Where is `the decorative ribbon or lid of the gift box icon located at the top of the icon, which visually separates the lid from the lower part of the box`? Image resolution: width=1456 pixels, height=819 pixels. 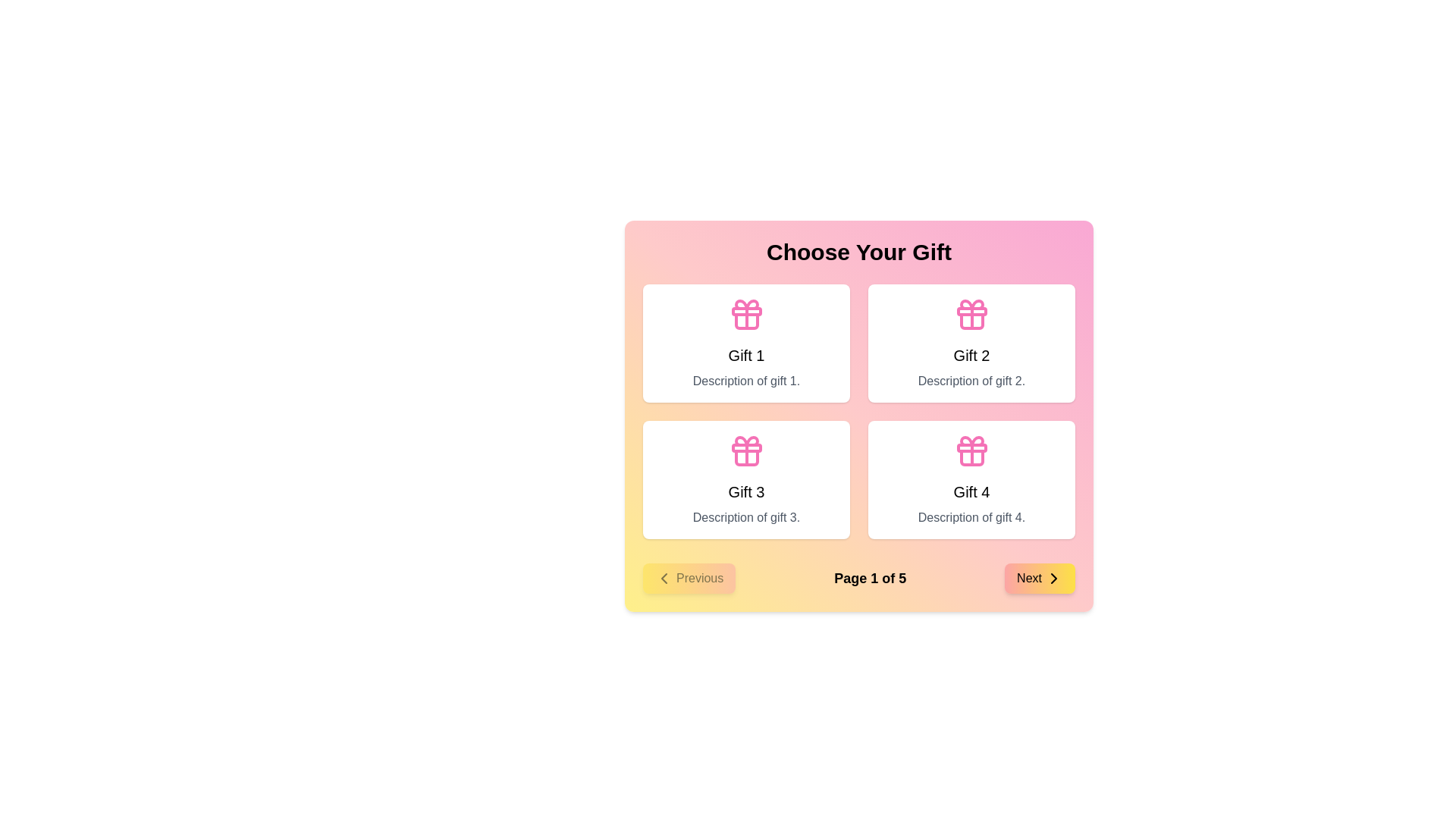
the decorative ribbon or lid of the gift box icon located at the top of the icon, which visually separates the lid from the lower part of the box is located at coordinates (971, 447).